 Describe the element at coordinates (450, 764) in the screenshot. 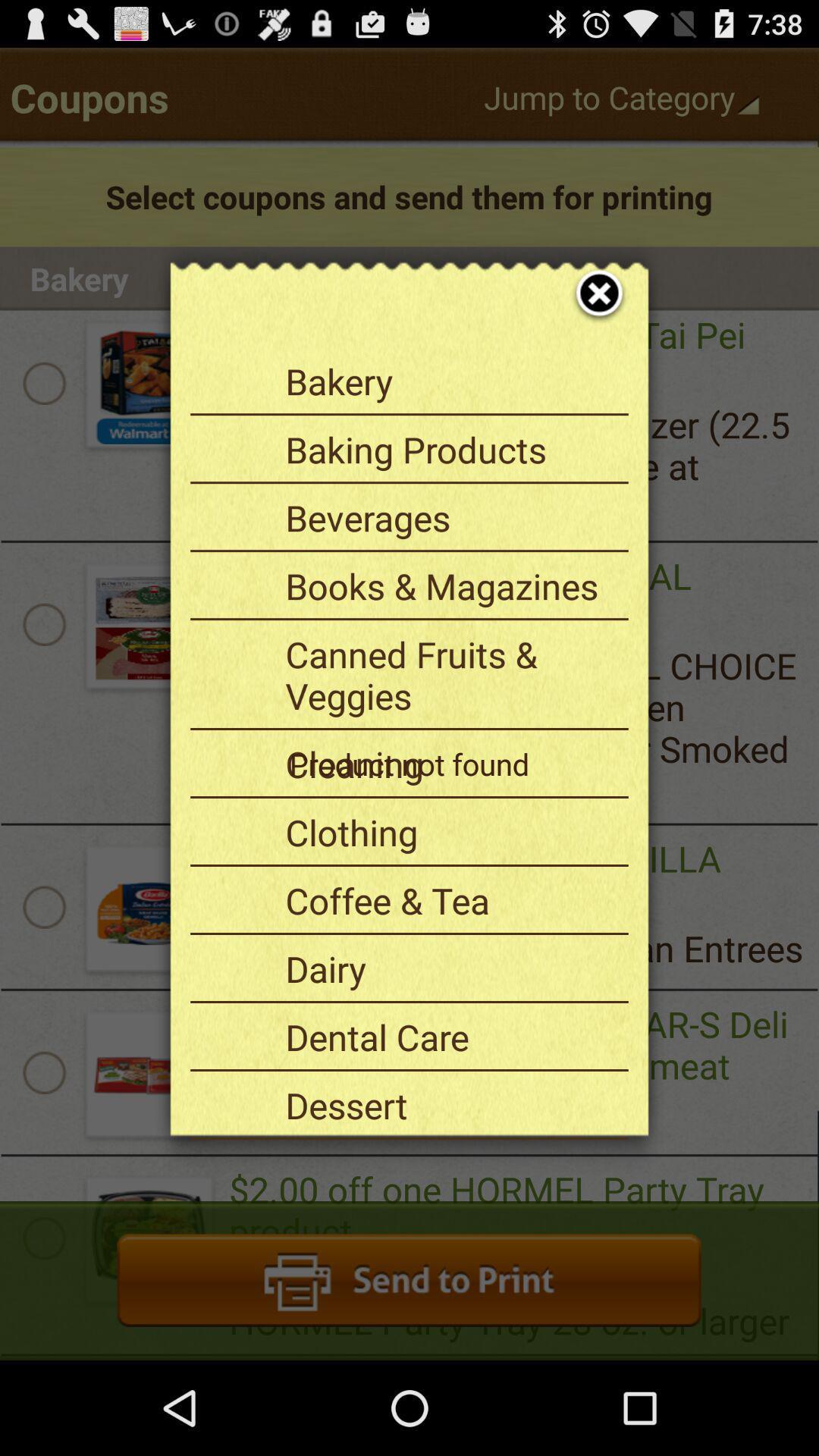

I see `the cleaning item` at that location.